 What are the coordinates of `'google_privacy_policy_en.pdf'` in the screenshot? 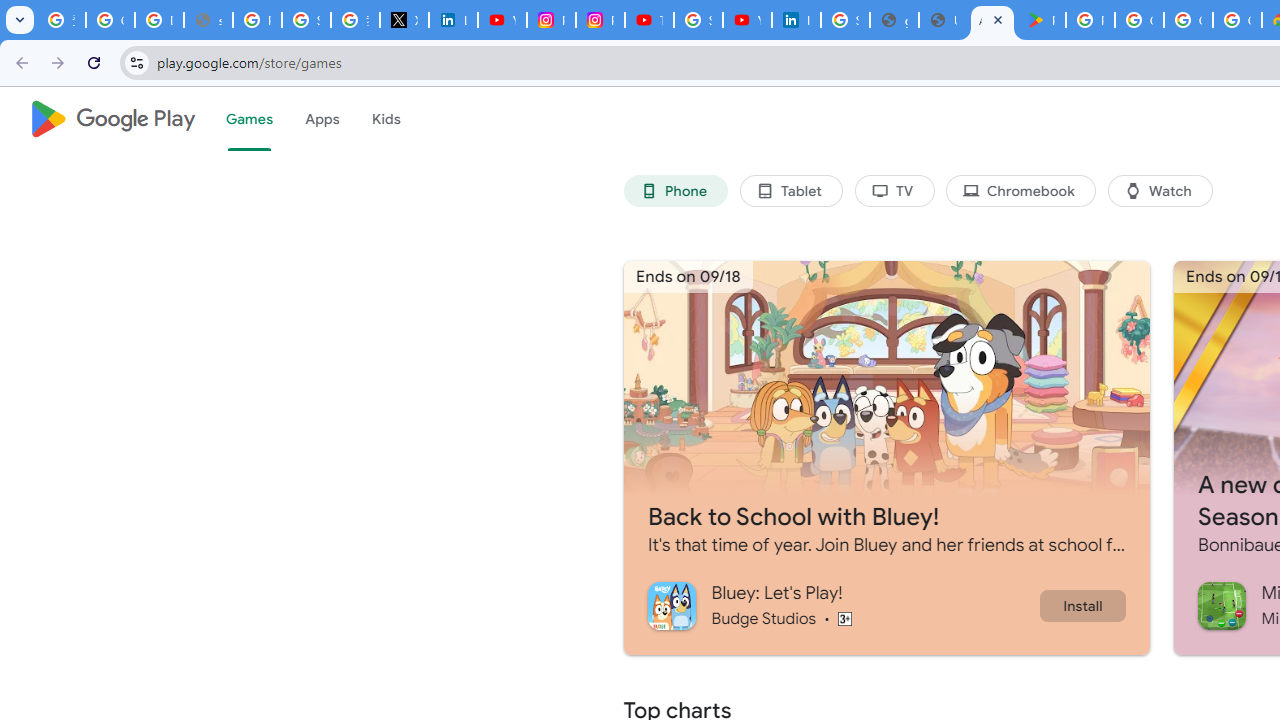 It's located at (893, 20).